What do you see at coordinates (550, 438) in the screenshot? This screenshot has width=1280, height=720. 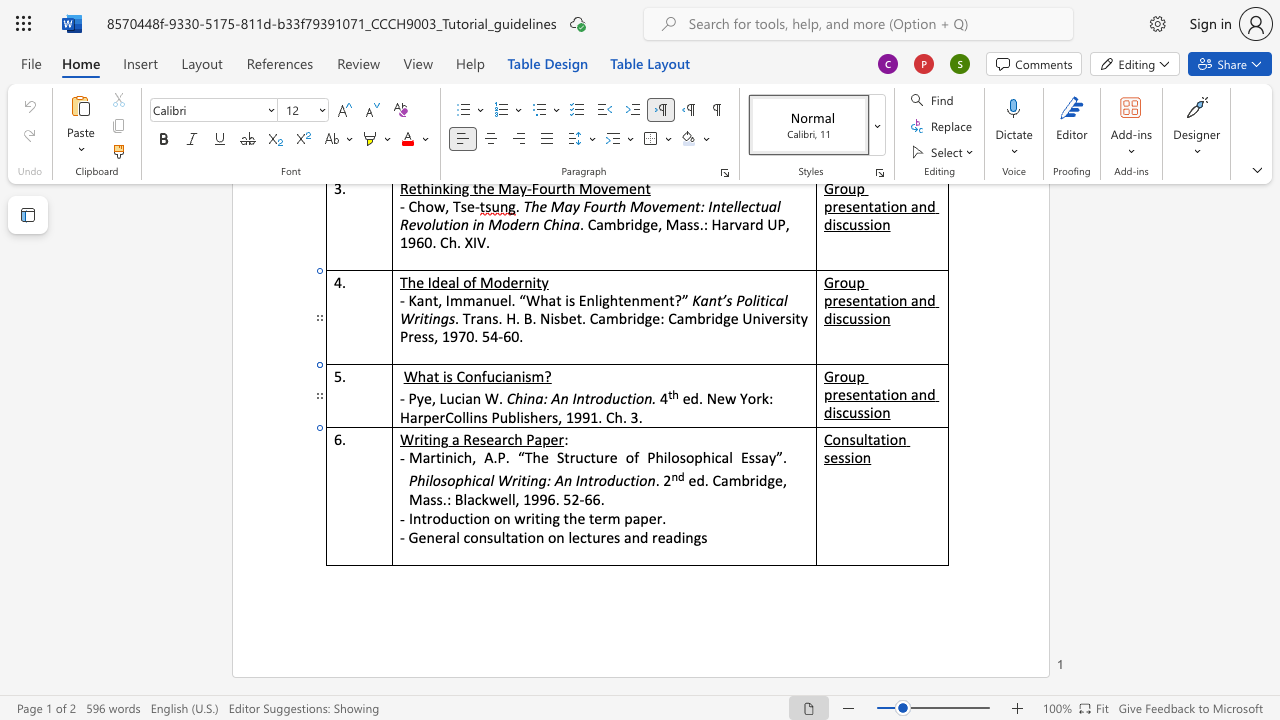 I see `the space between the continuous character "p" and "e" in the text` at bounding box center [550, 438].